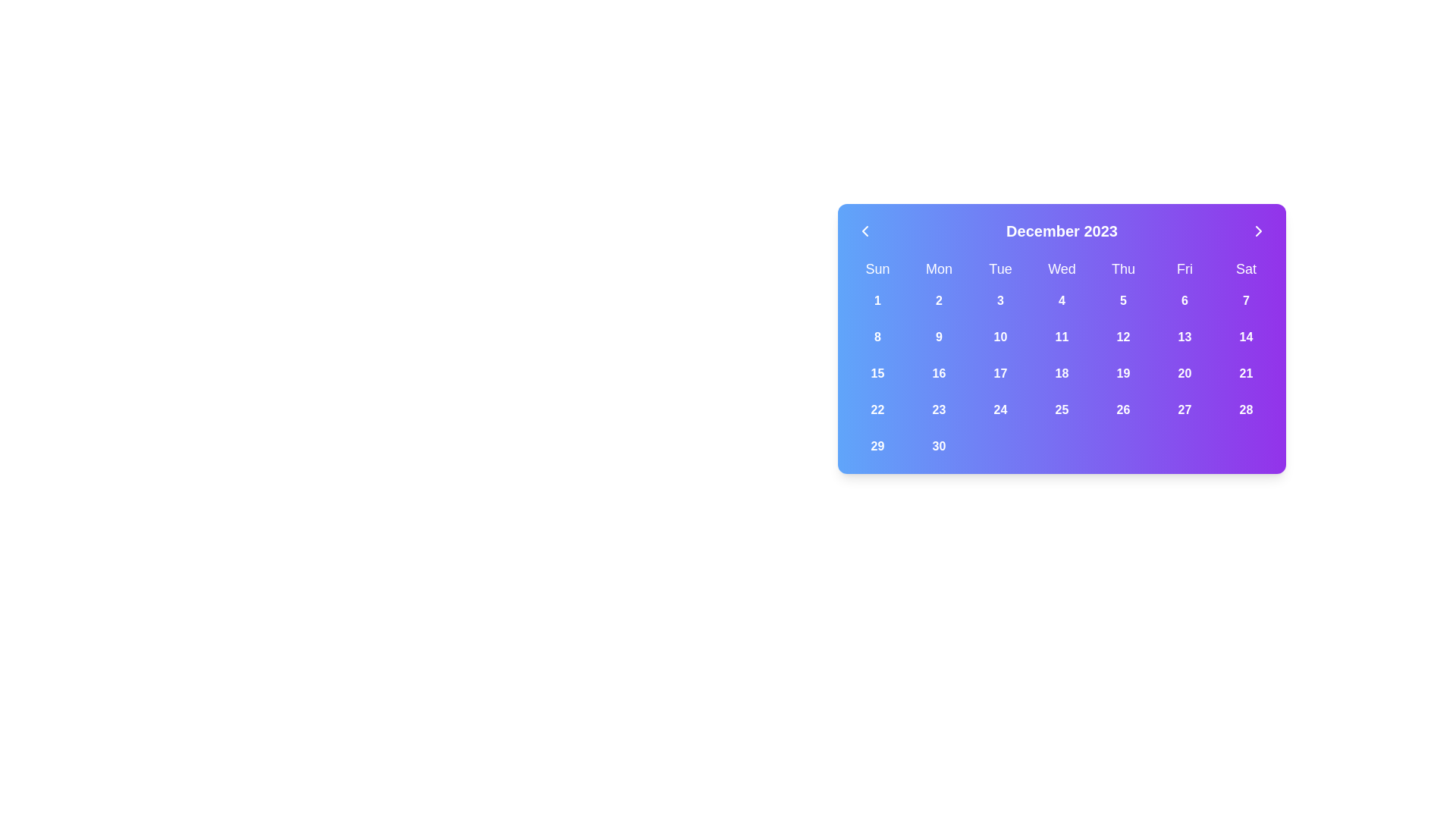  I want to click on the button corresponding to the date '6' in the calendar grid, located under the column labeled 'Fri', so click(1184, 301).